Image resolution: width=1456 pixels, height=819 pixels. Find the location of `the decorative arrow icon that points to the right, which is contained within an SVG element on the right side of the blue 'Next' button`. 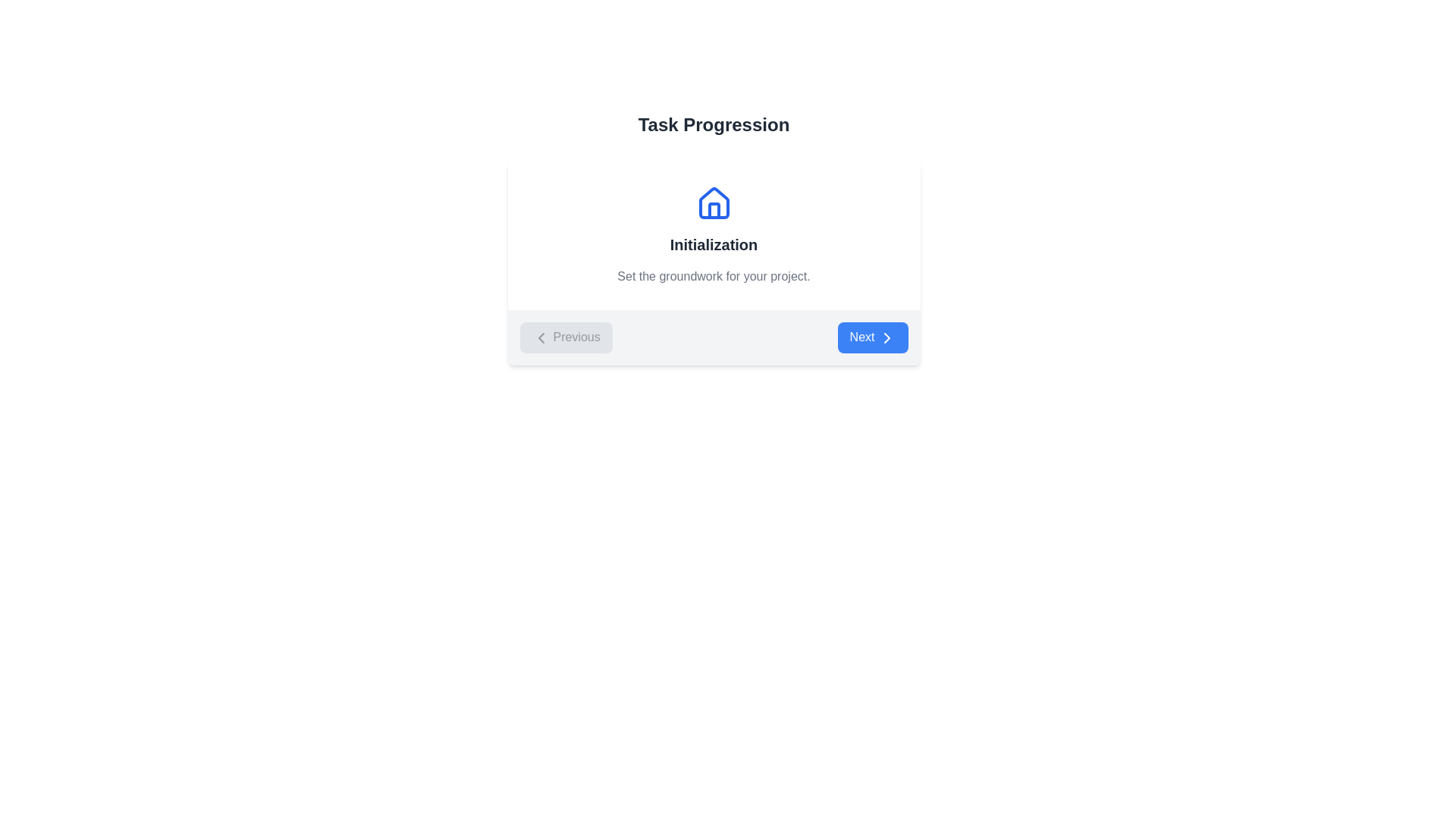

the decorative arrow icon that points to the right, which is contained within an SVG element on the right side of the blue 'Next' button is located at coordinates (886, 337).